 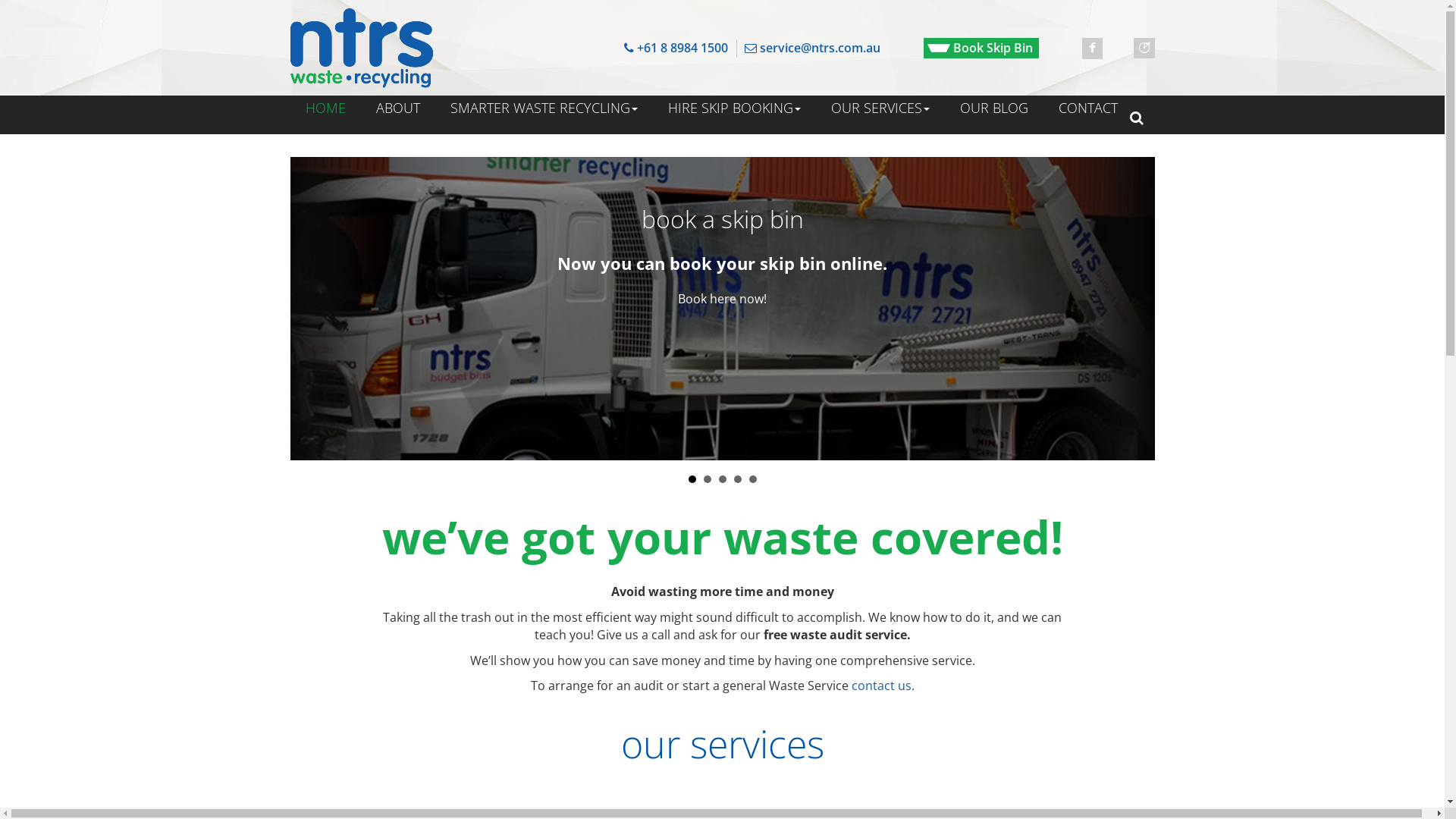 I want to click on '2', so click(x=706, y=479).